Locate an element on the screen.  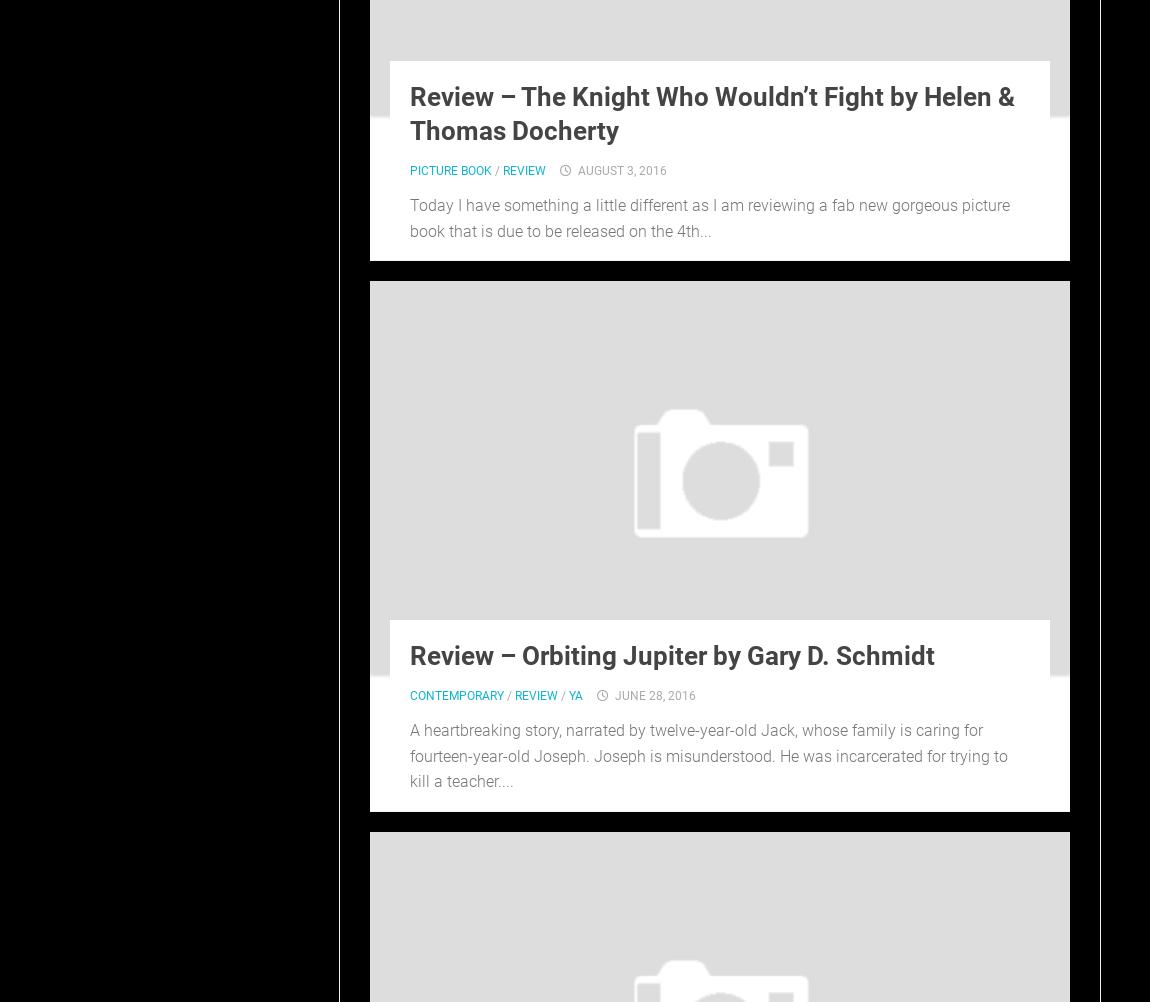
'Review – Orbiting Jupiter by Gary D. Schmidt' is located at coordinates (671, 655).